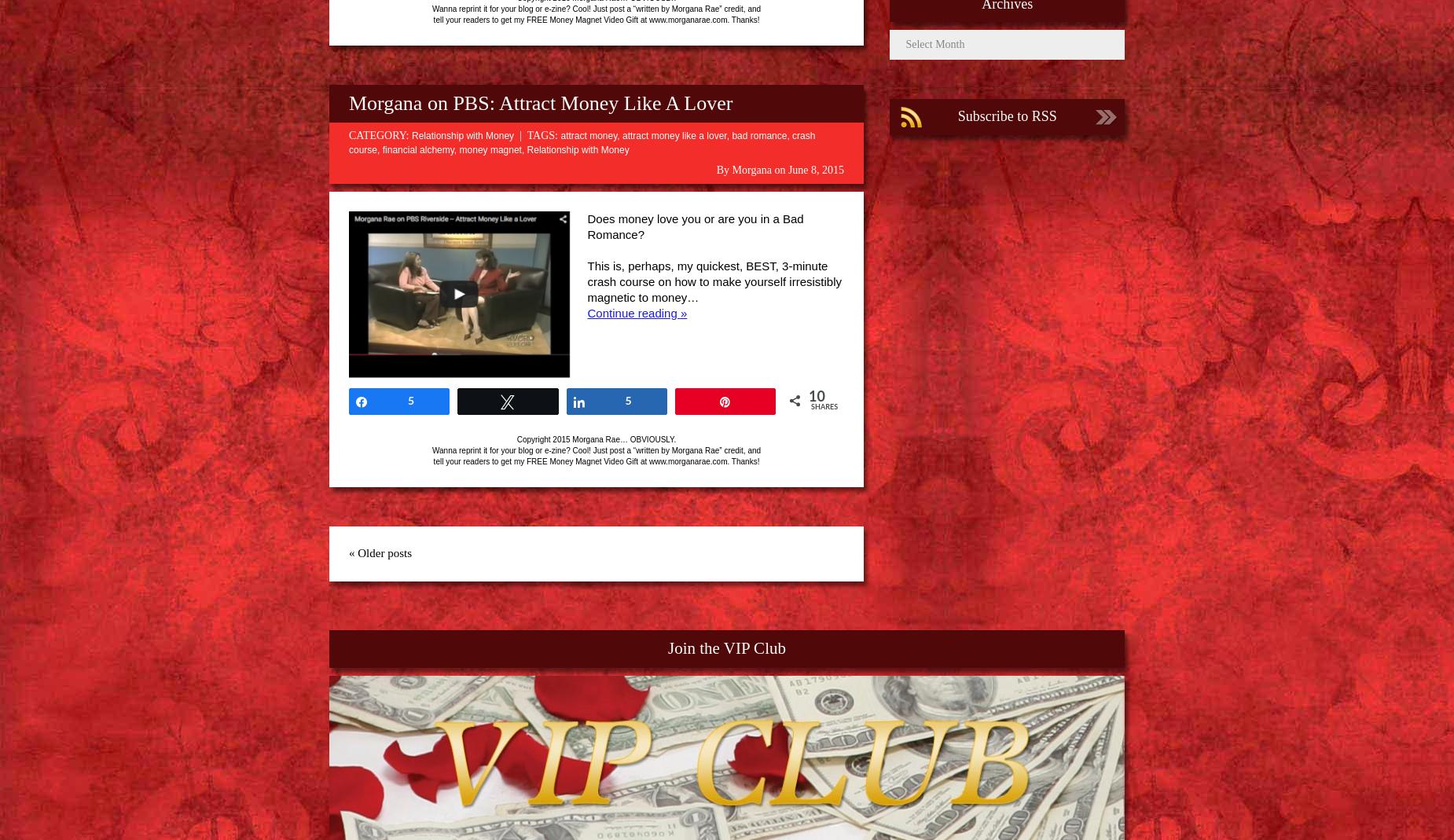 The width and height of the screenshot is (1454, 840). I want to click on 'financial alchemy', so click(381, 150).